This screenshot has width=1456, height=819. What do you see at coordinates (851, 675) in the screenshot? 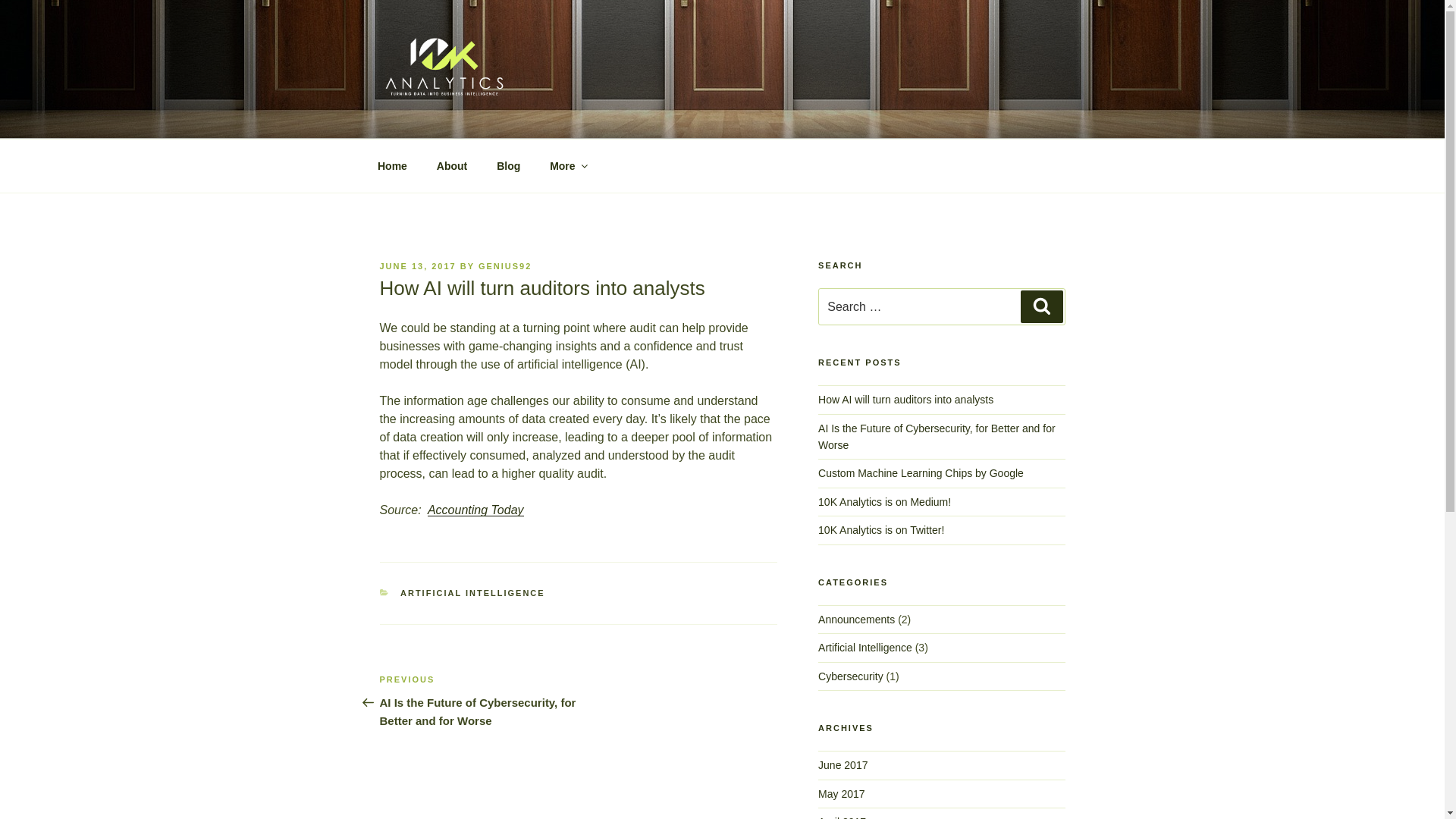
I see `'Cybersecurity'` at bounding box center [851, 675].